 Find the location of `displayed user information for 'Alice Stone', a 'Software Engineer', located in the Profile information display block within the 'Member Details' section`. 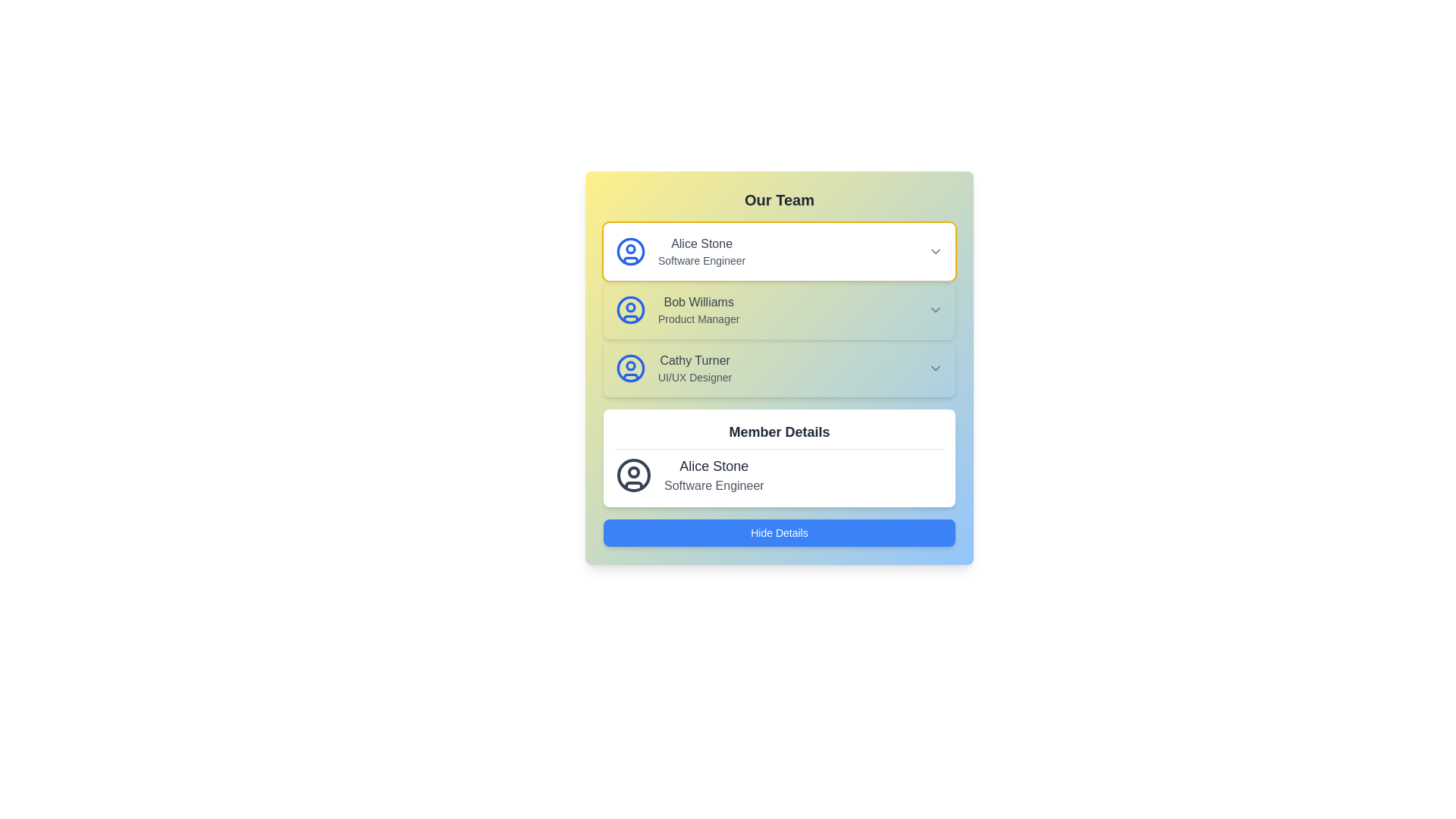

displayed user information for 'Alice Stone', a 'Software Engineer', located in the Profile information display block within the 'Member Details' section is located at coordinates (779, 475).